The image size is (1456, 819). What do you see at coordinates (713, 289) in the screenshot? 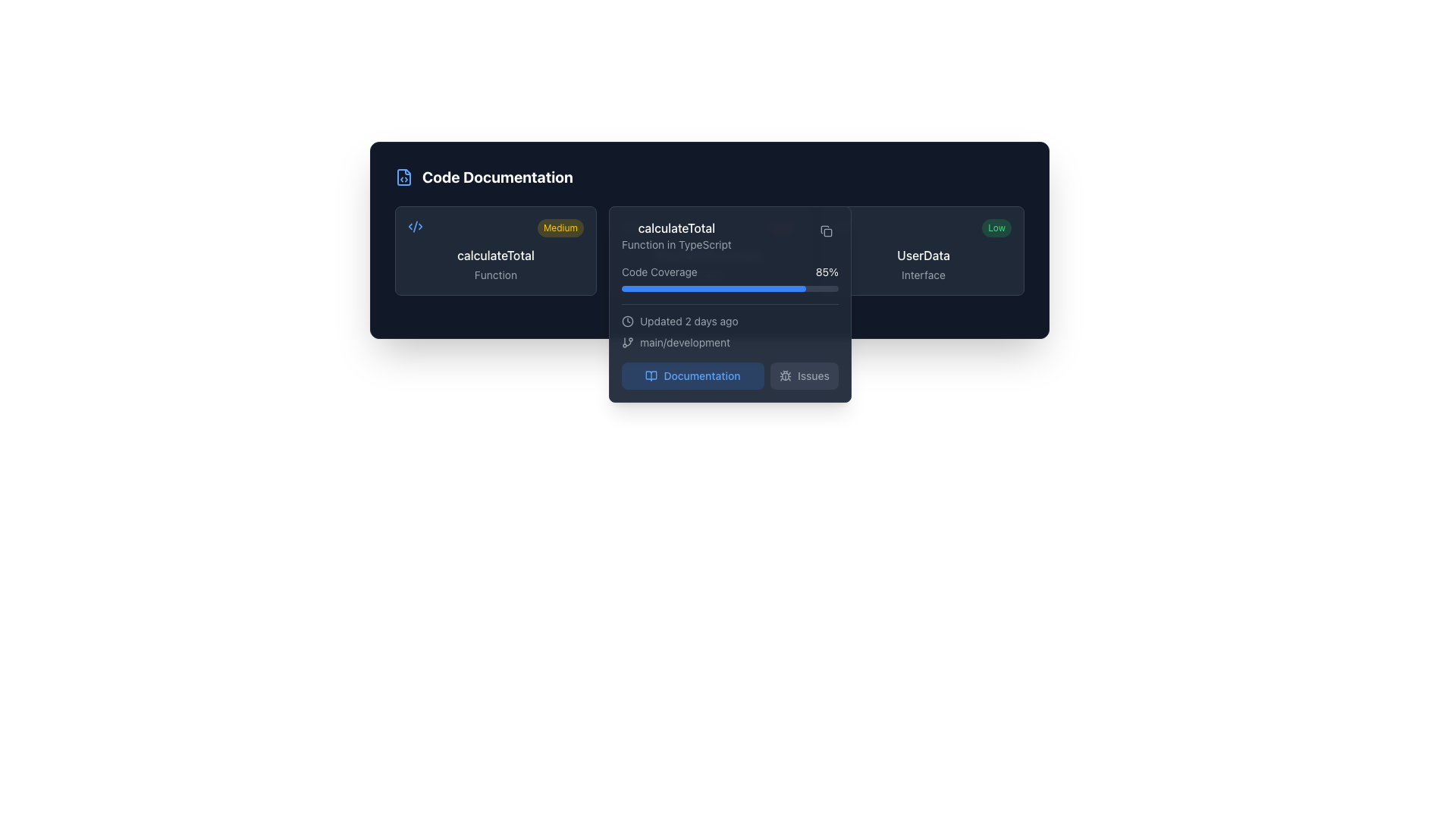
I see `the blue progress indicator bar that spans 85% of the width of the gray background, centered vertically within it` at bounding box center [713, 289].